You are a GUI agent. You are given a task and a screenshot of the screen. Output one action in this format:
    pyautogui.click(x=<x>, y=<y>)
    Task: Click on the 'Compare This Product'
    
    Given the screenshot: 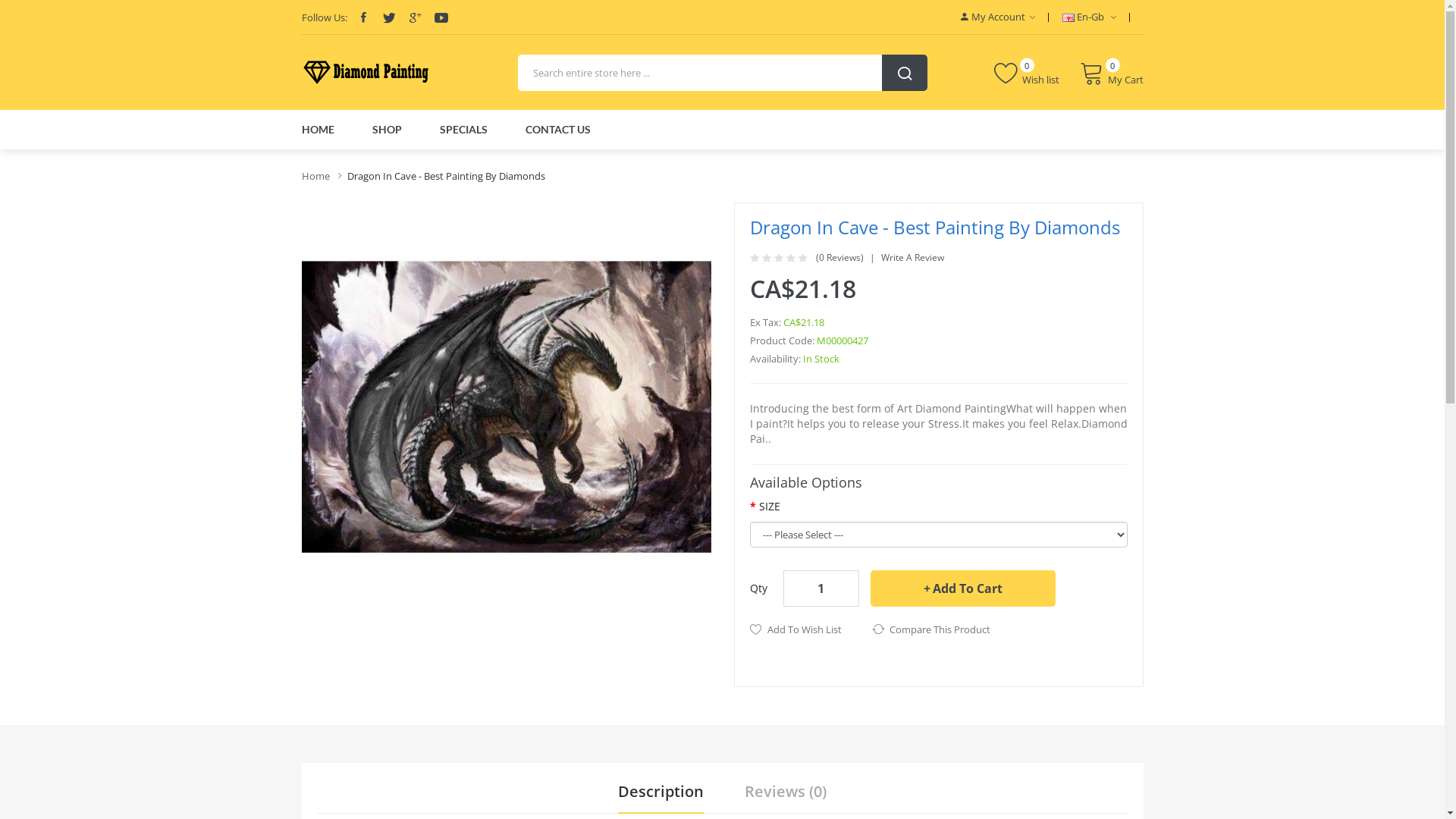 What is the action you would take?
    pyautogui.click(x=930, y=629)
    